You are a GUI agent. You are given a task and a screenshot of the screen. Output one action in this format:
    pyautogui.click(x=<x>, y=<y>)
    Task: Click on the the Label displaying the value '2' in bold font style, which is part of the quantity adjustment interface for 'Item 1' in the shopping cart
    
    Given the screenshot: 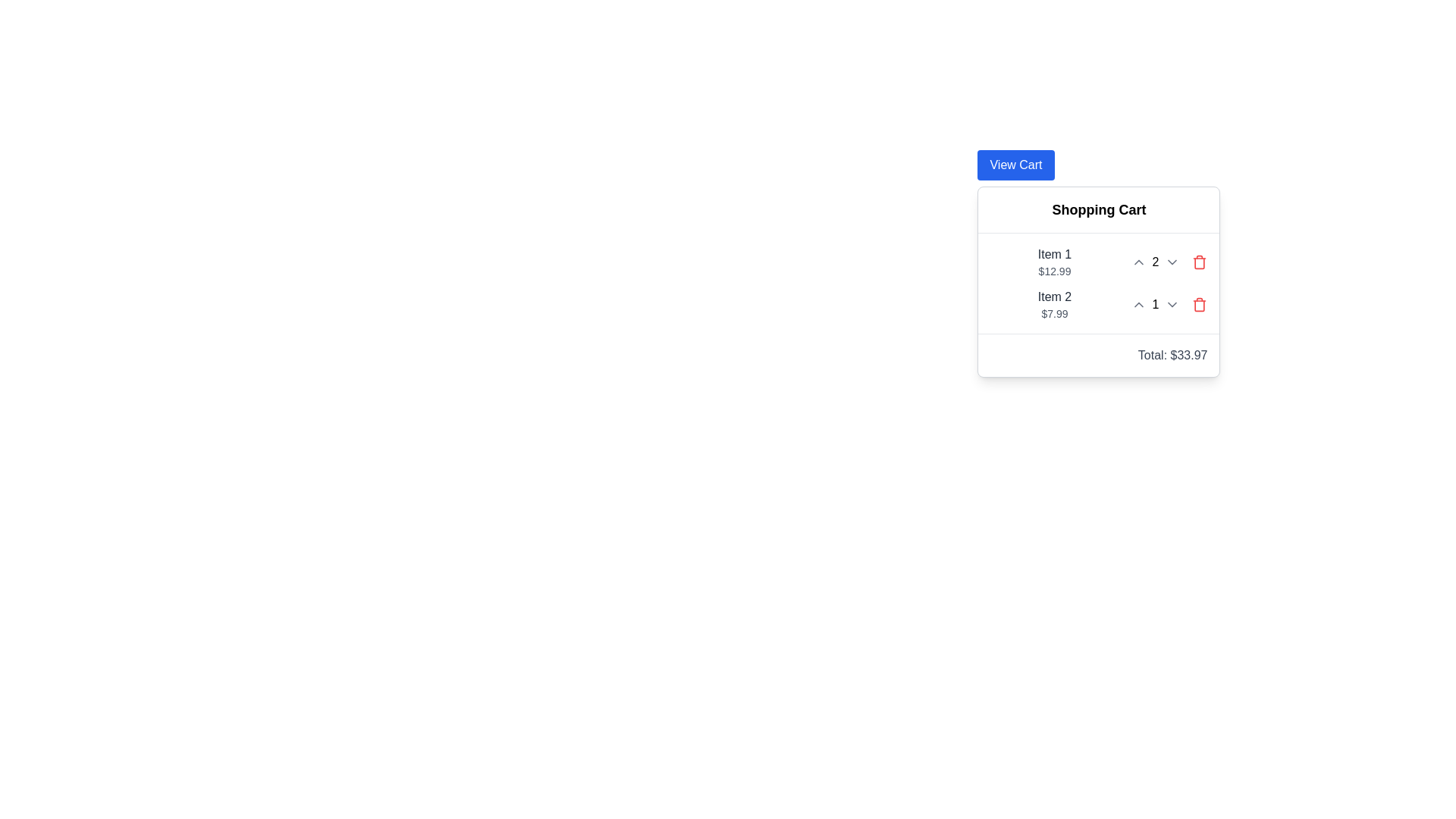 What is the action you would take?
    pyautogui.click(x=1155, y=262)
    